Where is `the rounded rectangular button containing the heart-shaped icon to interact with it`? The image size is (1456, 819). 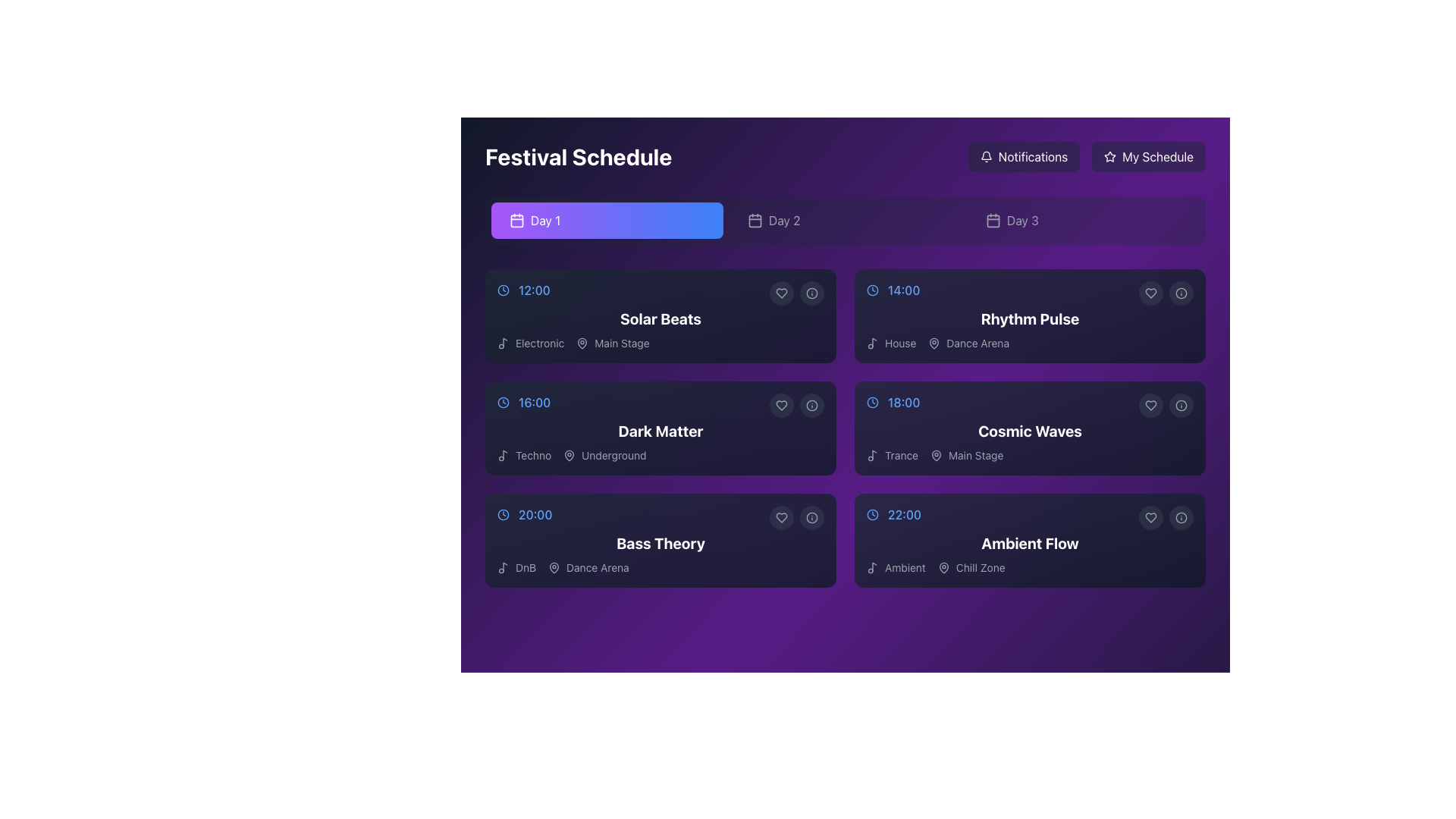 the rounded rectangular button containing the heart-shaped icon to interact with it is located at coordinates (1150, 405).